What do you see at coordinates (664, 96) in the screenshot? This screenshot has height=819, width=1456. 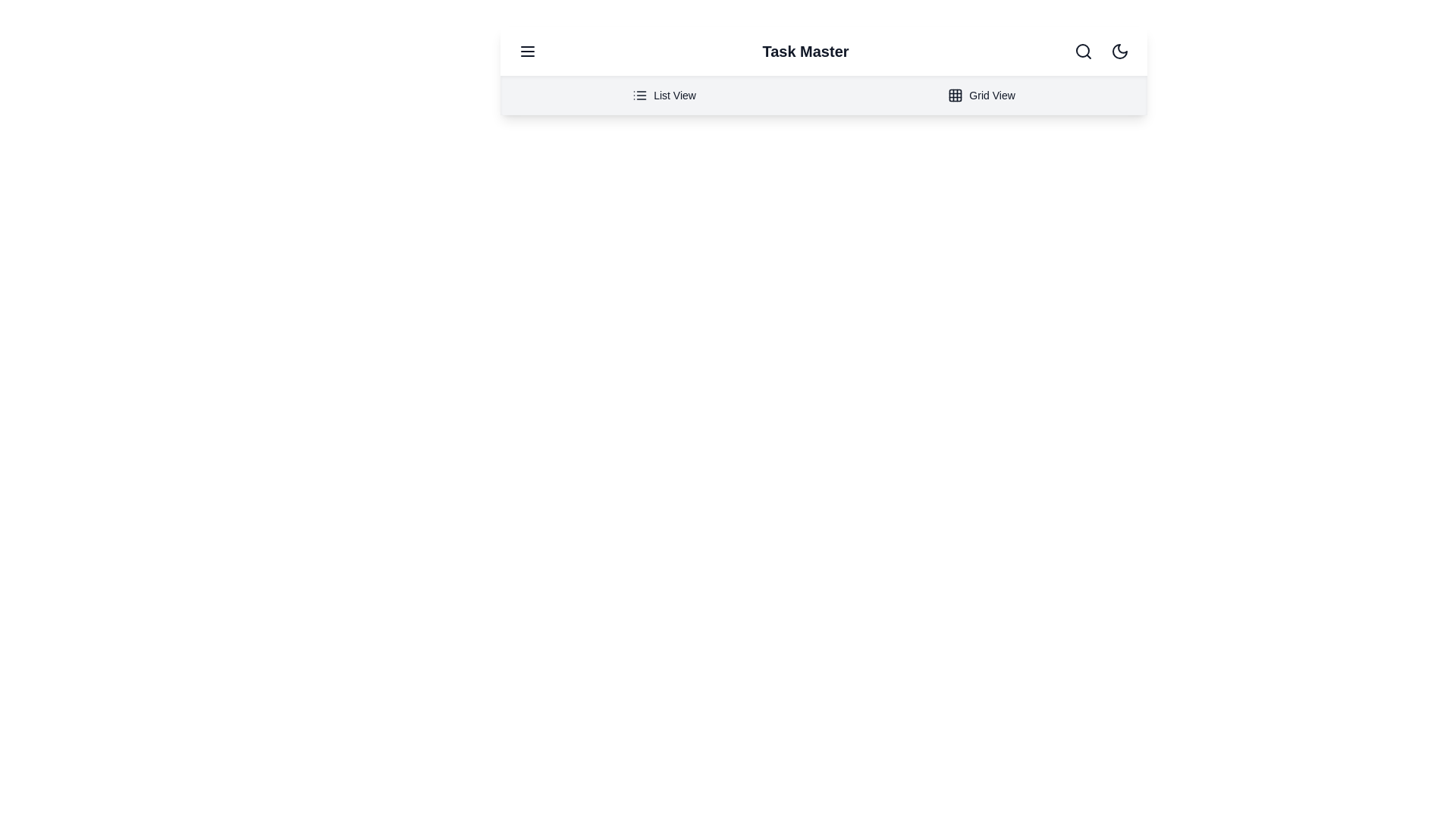 I see `the 'List View' option in the menu` at bounding box center [664, 96].